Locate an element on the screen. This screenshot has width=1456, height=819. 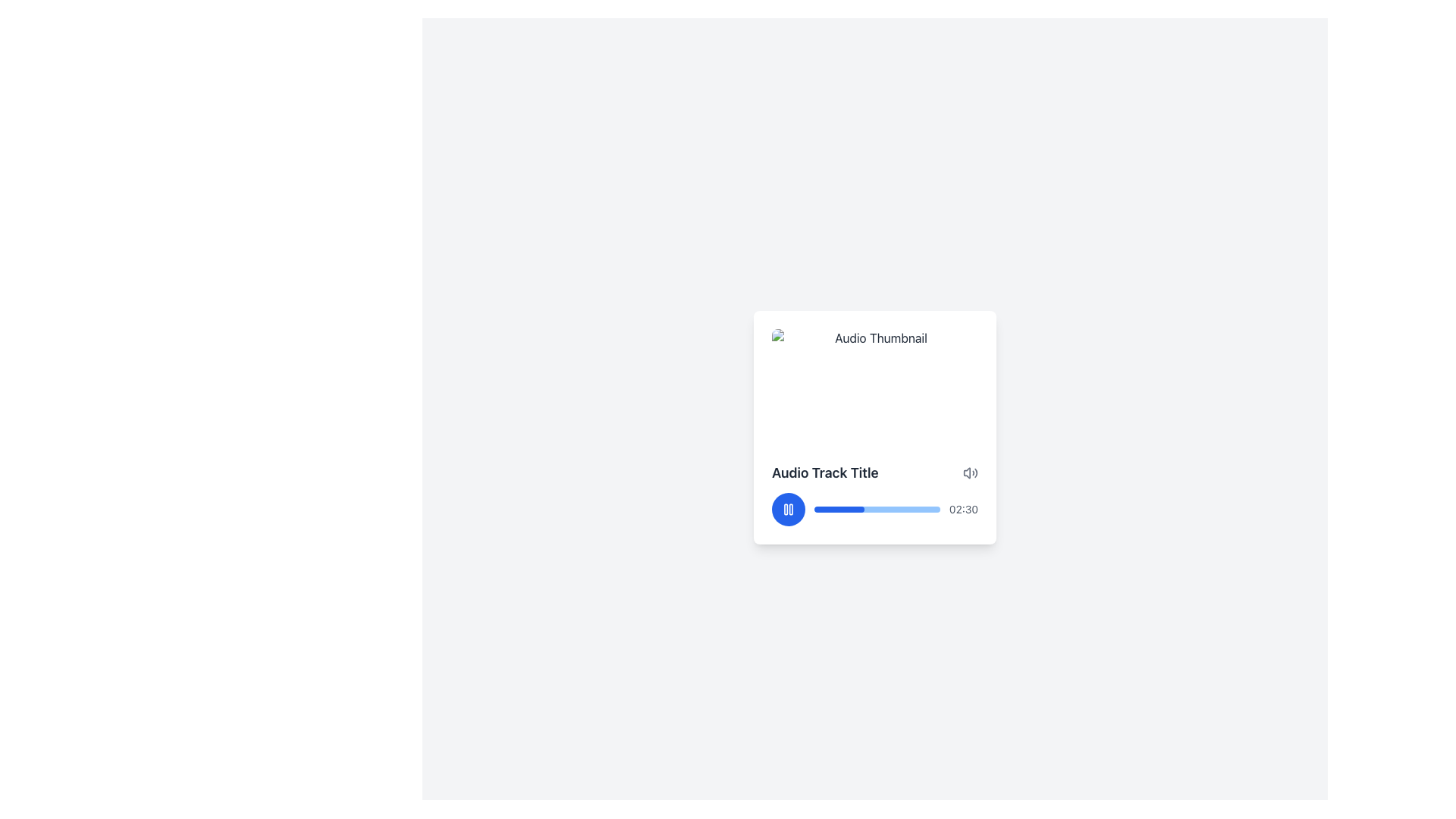
audio track progress is located at coordinates (915, 509).